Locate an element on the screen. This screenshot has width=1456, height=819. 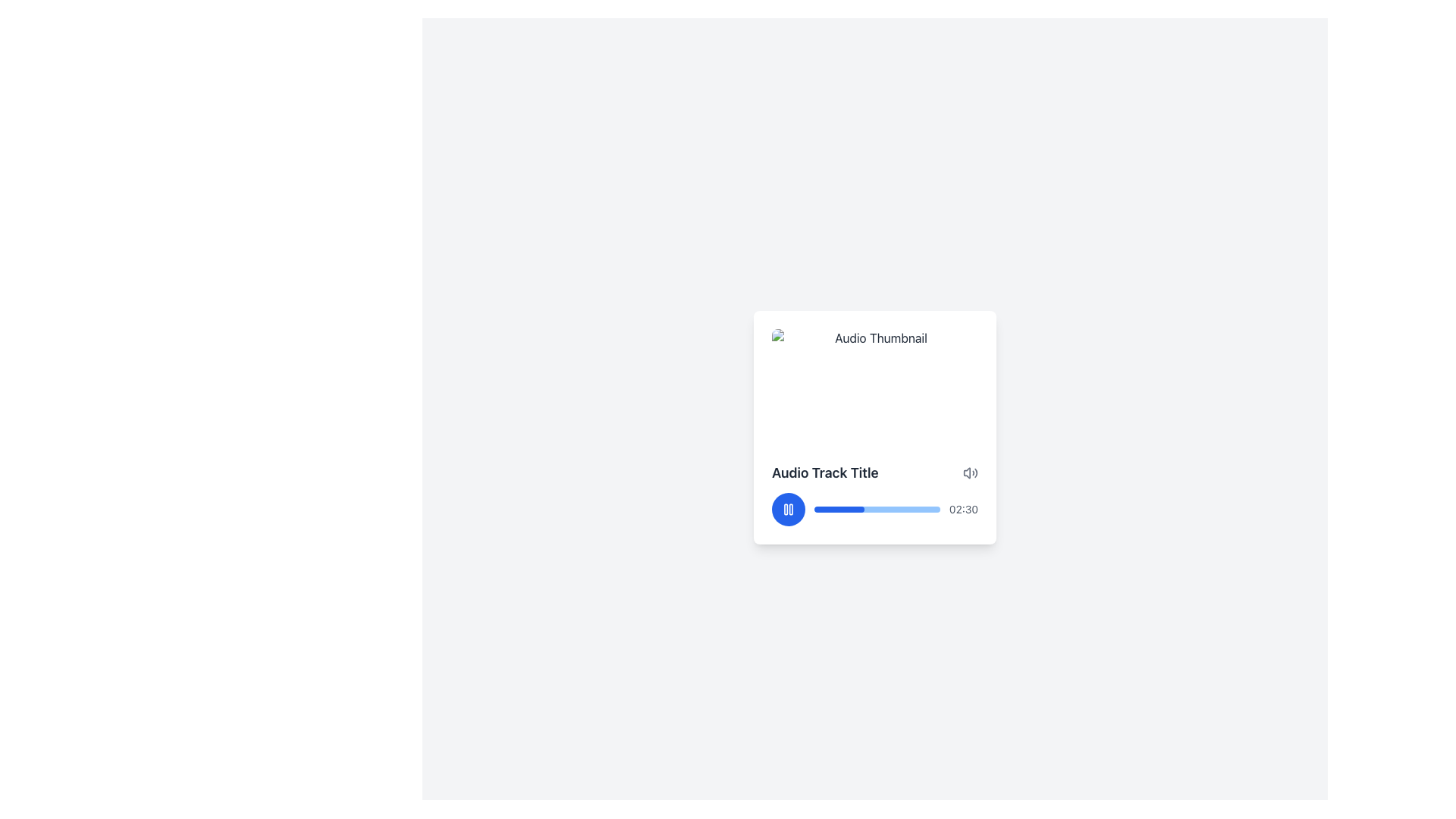
audio track progress is located at coordinates (915, 509).